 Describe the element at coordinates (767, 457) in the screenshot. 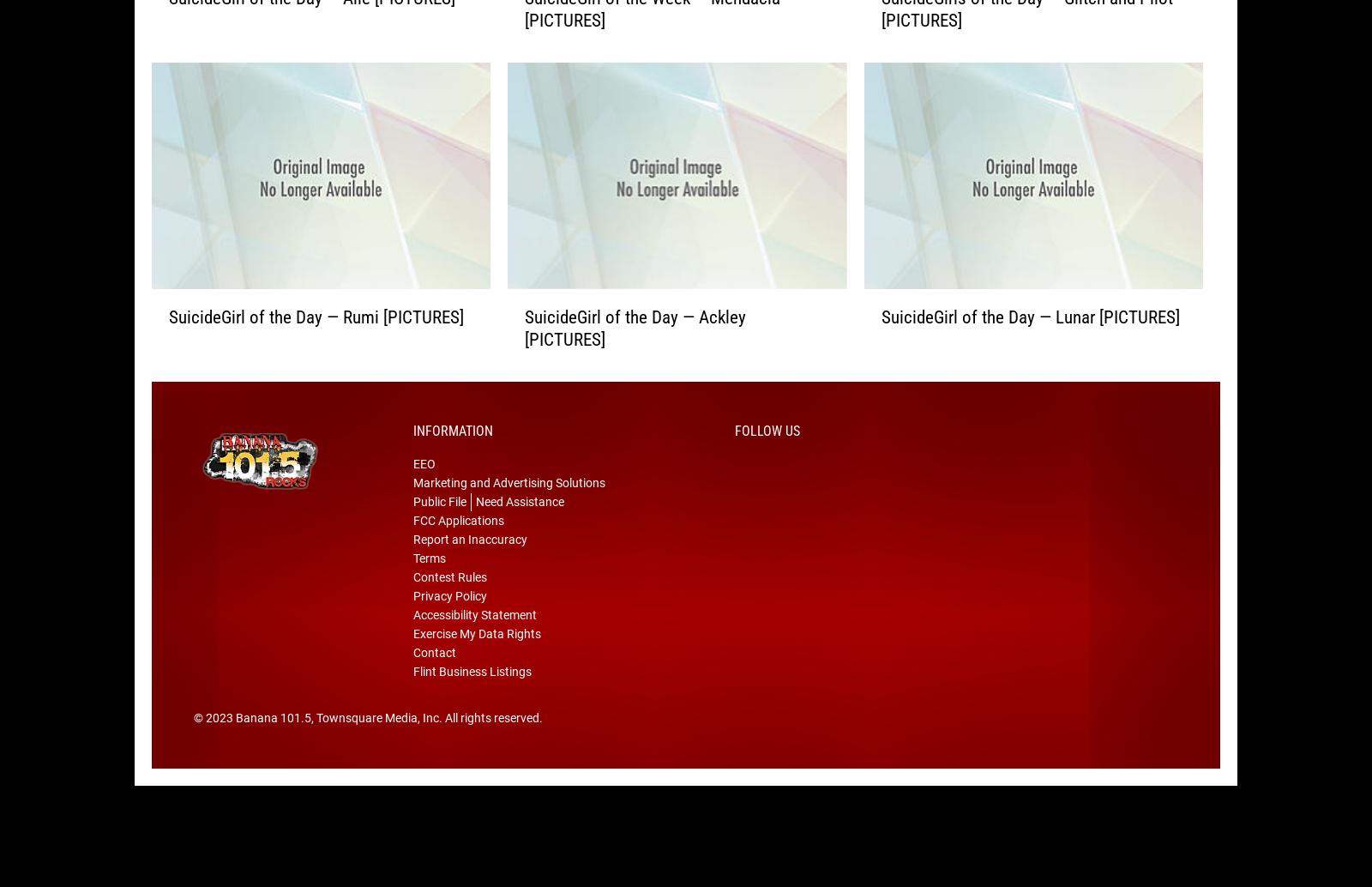

I see `'Follow Us'` at that location.